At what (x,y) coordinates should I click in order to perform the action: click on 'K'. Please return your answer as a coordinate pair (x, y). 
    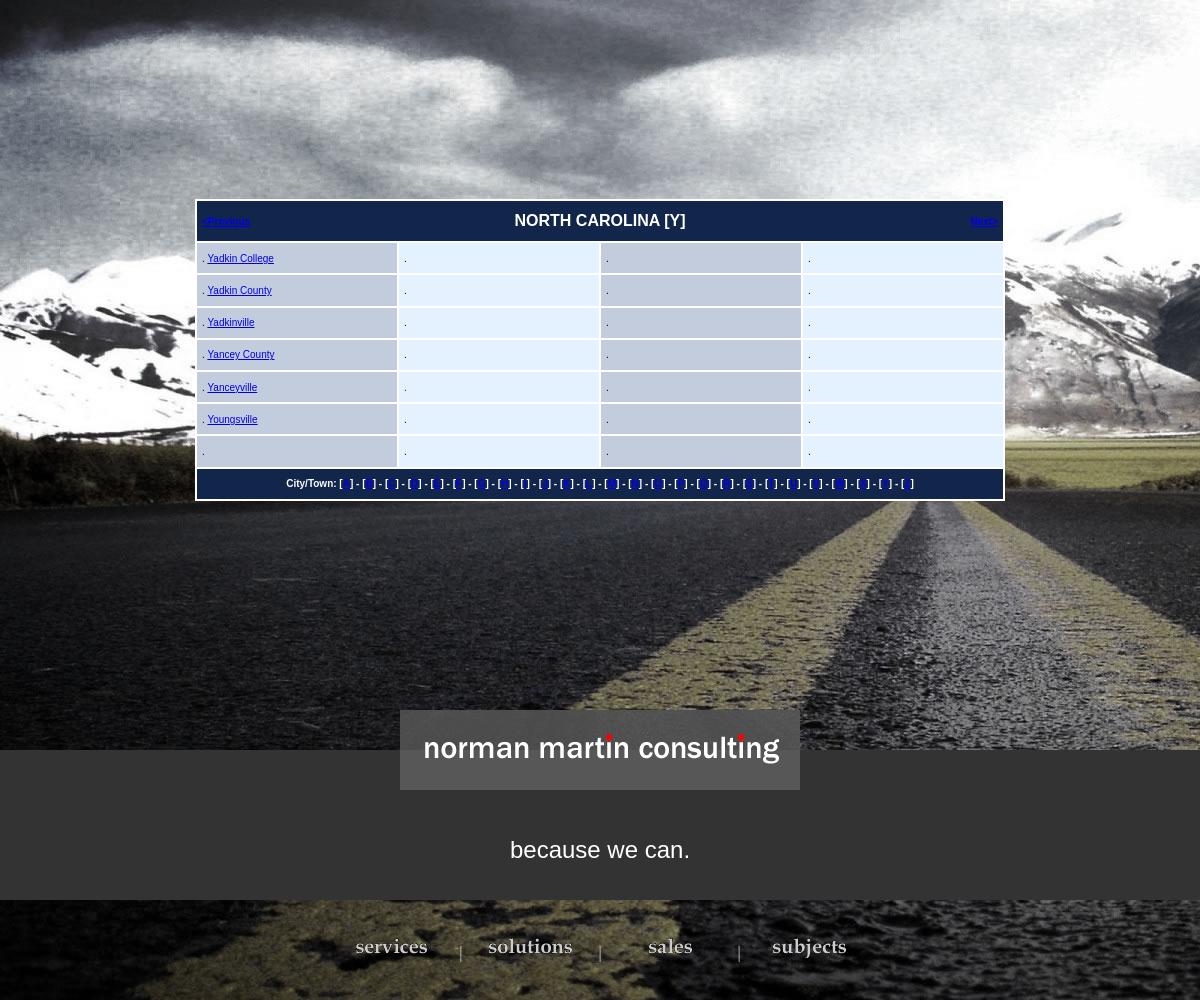
    Looking at the image, I should click on (565, 482).